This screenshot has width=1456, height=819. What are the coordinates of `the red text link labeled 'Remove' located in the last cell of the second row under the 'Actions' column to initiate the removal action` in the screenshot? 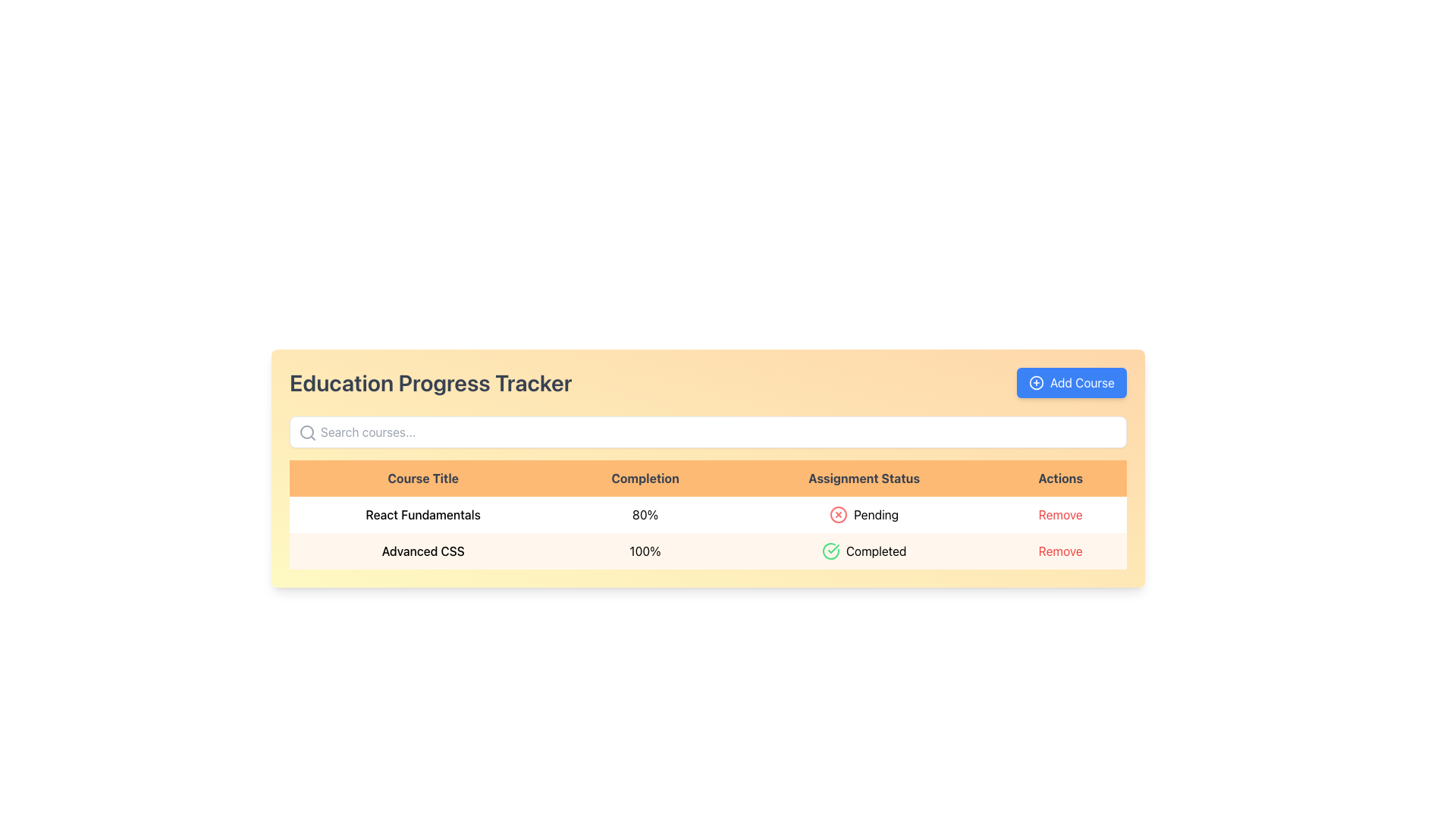 It's located at (1059, 551).